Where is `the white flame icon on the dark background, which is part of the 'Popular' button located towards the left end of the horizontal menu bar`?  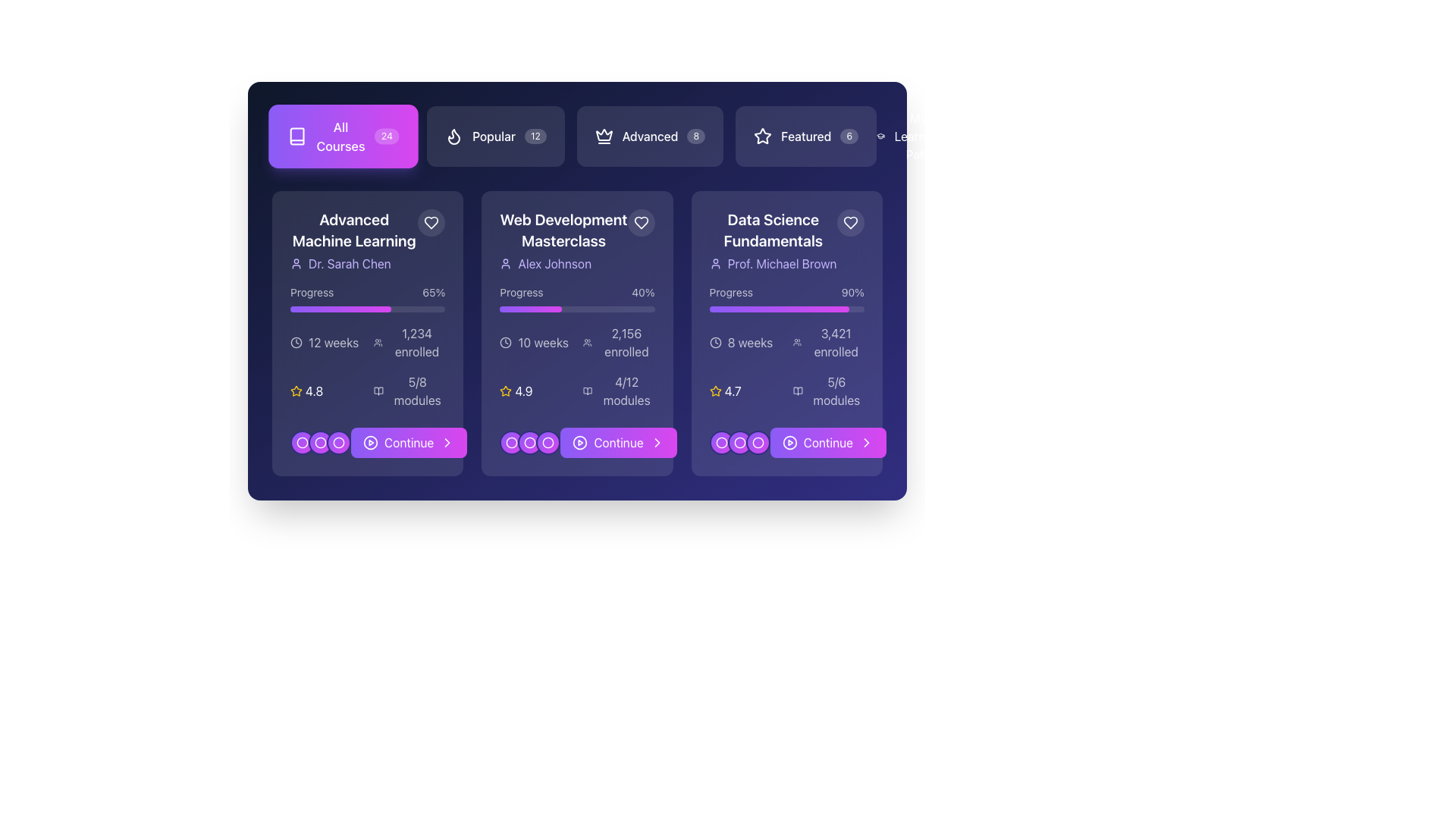
the white flame icon on the dark background, which is part of the 'Popular' button located towards the left end of the horizontal menu bar is located at coordinates (453, 136).